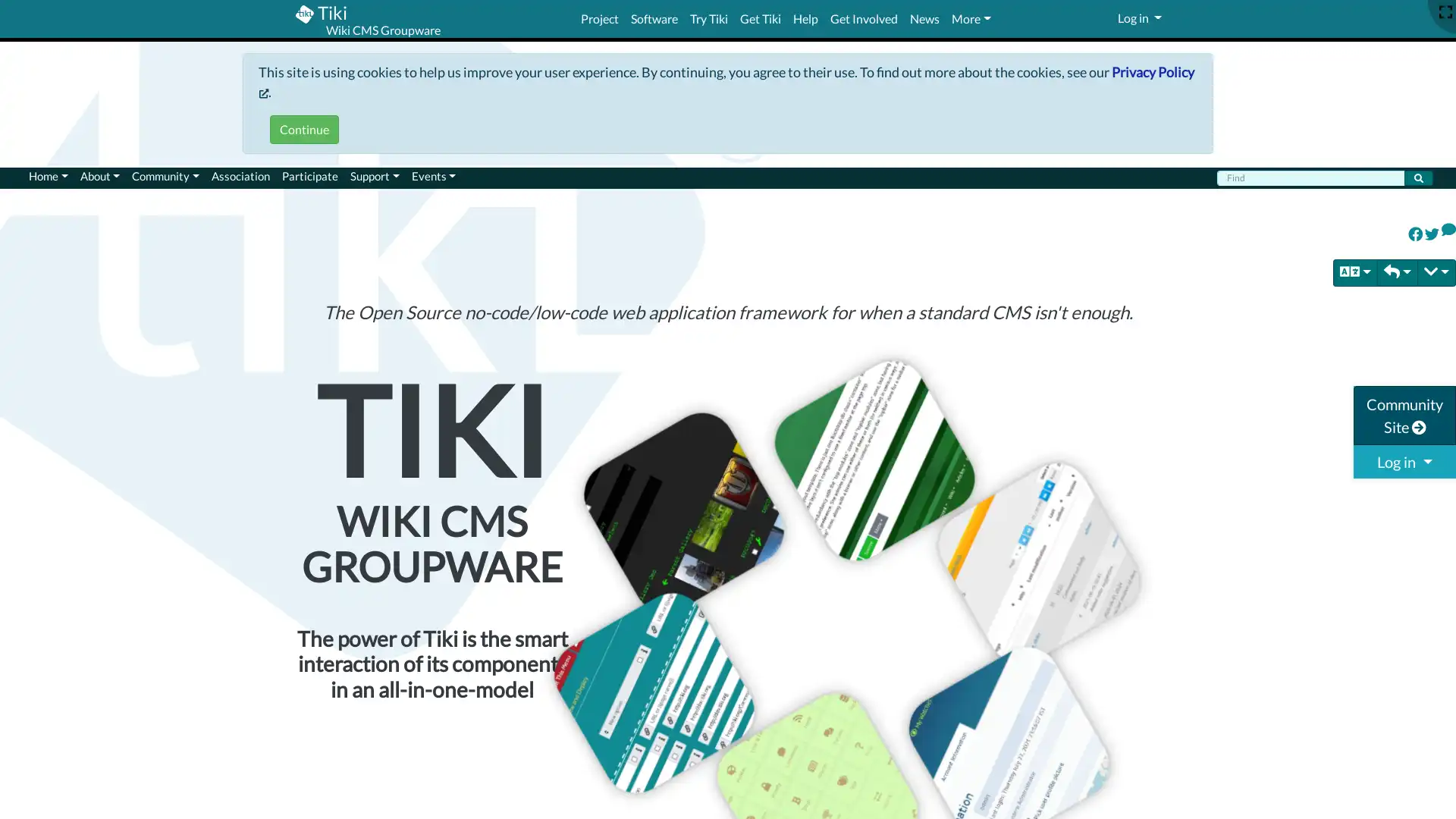 The width and height of the screenshot is (1456, 819). I want to click on Continue, so click(303, 127).